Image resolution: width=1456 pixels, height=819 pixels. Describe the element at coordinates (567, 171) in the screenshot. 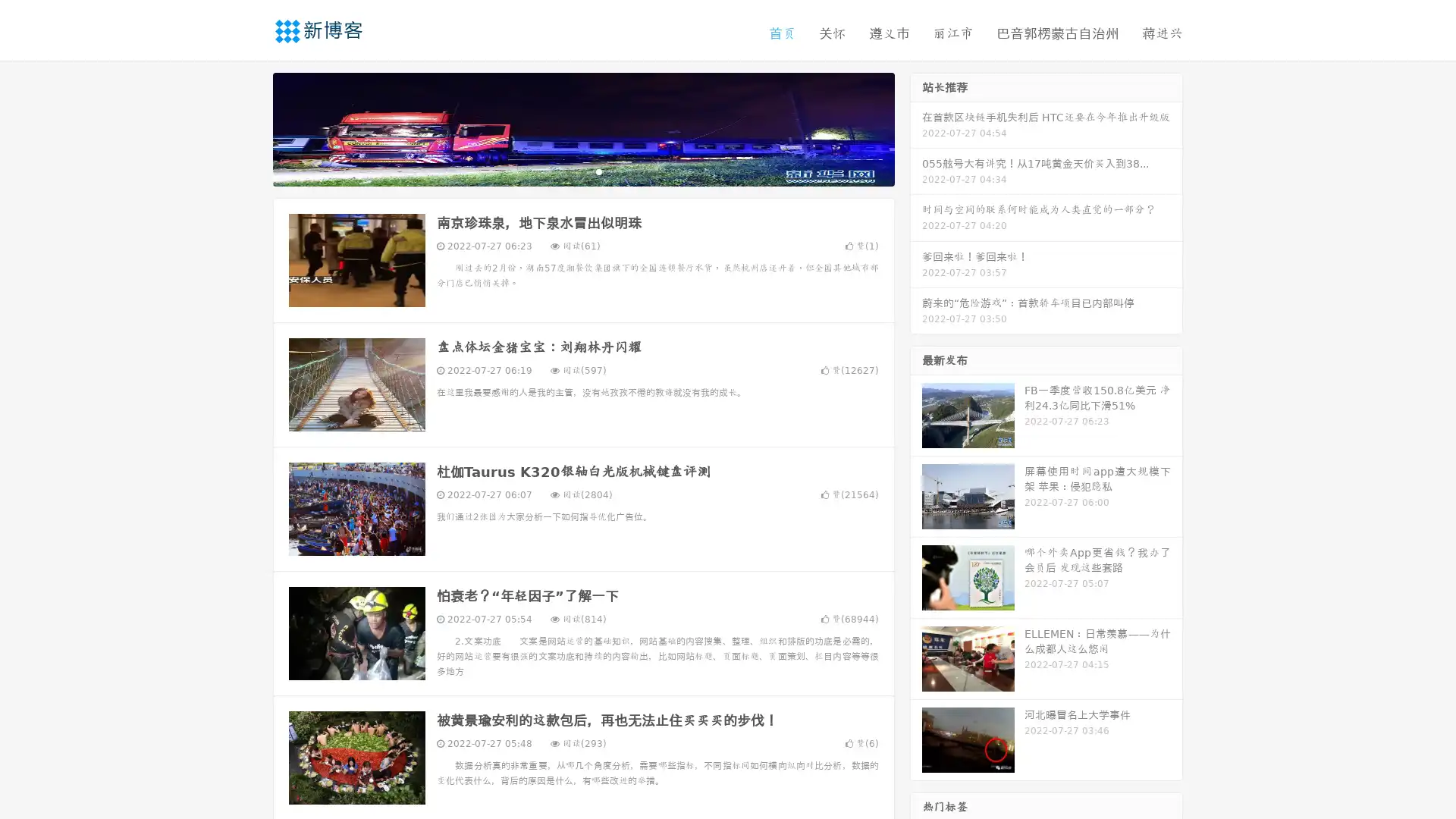

I see `Go to slide 1` at that location.